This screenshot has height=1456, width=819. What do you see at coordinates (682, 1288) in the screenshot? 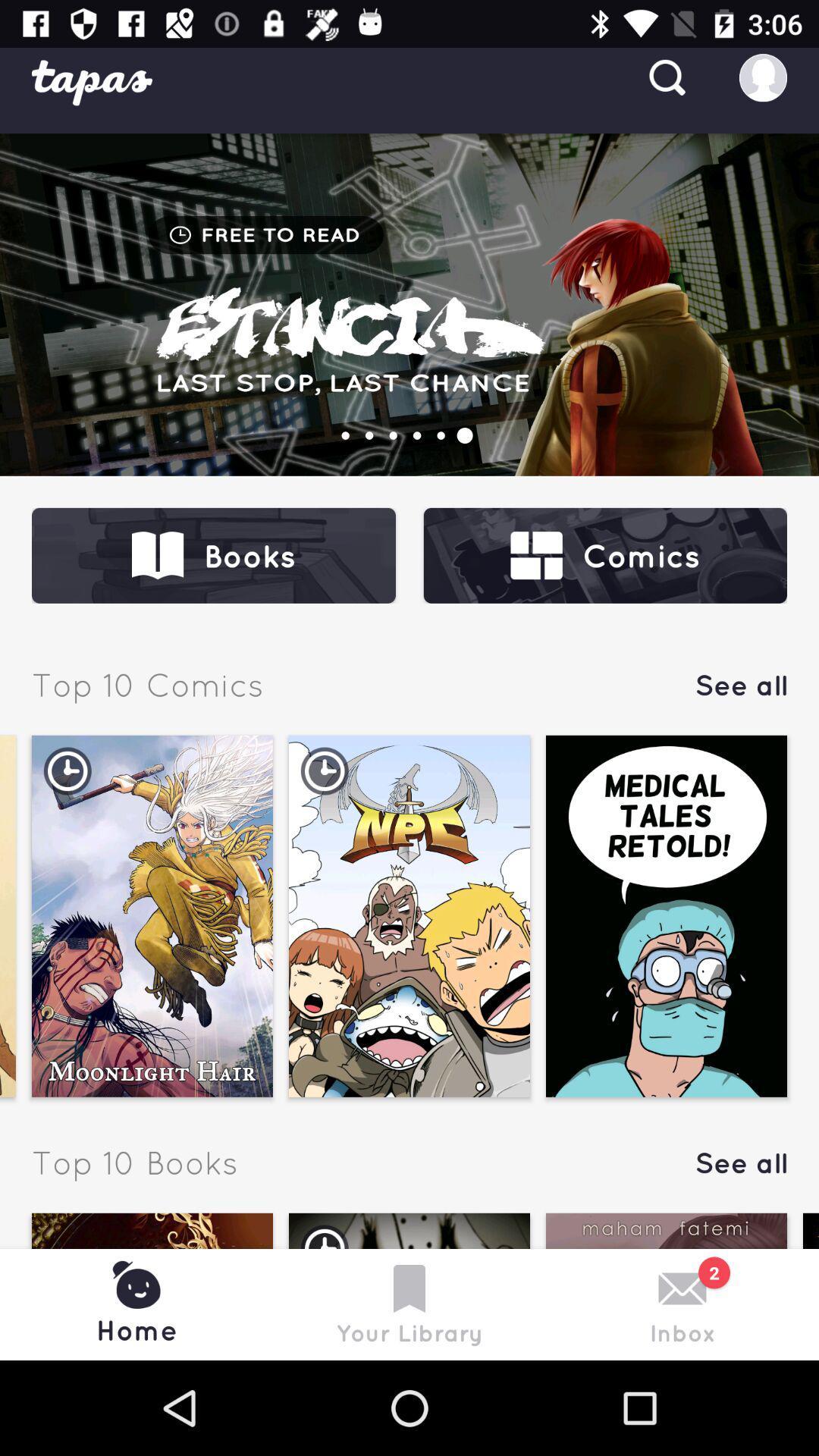
I see `symbol above inbox` at bounding box center [682, 1288].